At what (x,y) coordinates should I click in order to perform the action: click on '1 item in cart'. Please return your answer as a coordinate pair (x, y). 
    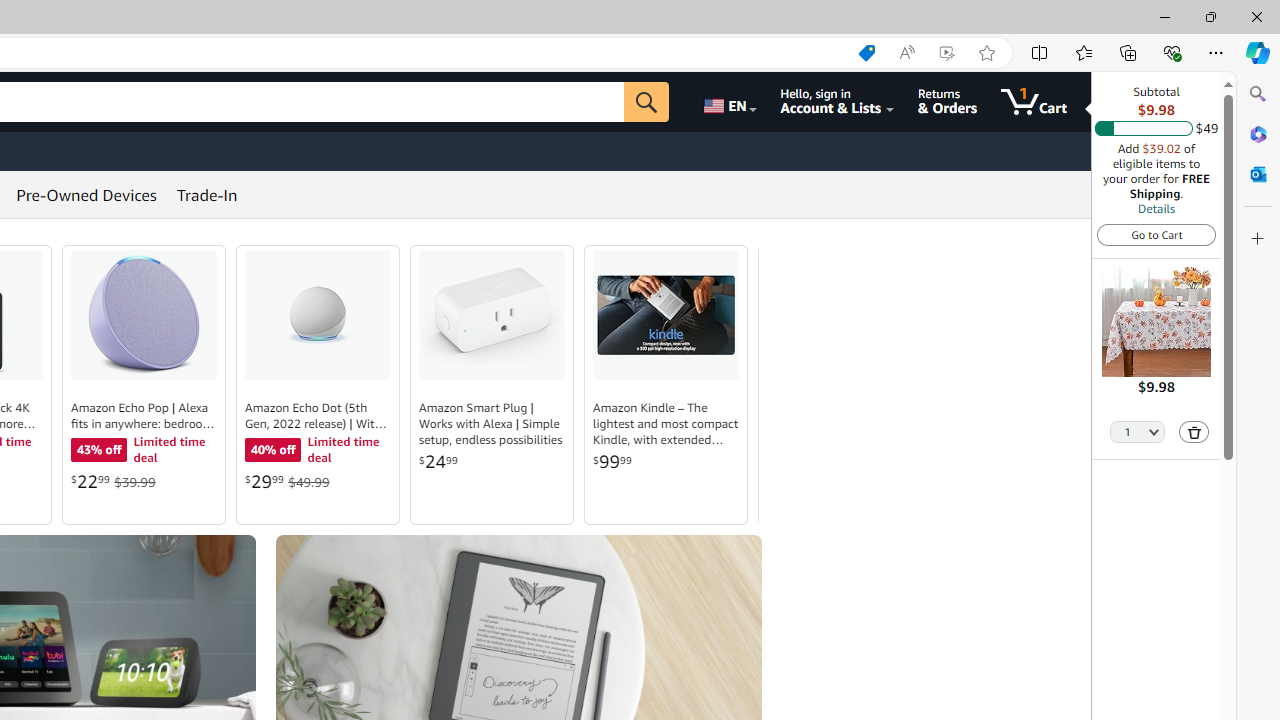
    Looking at the image, I should click on (1034, 101).